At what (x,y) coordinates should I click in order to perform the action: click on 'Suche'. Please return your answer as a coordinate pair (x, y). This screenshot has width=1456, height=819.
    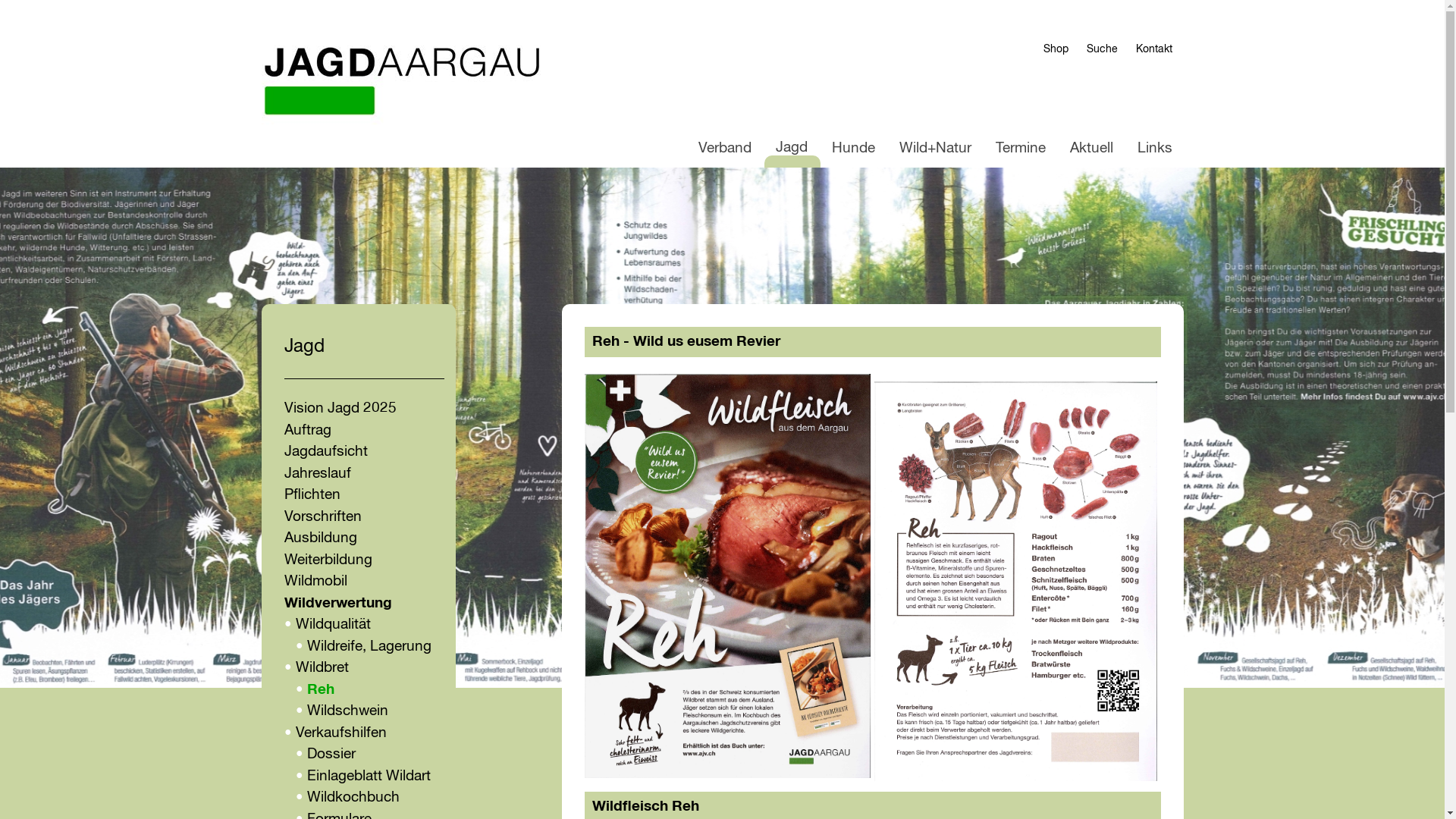
    Looking at the image, I should click on (1101, 49).